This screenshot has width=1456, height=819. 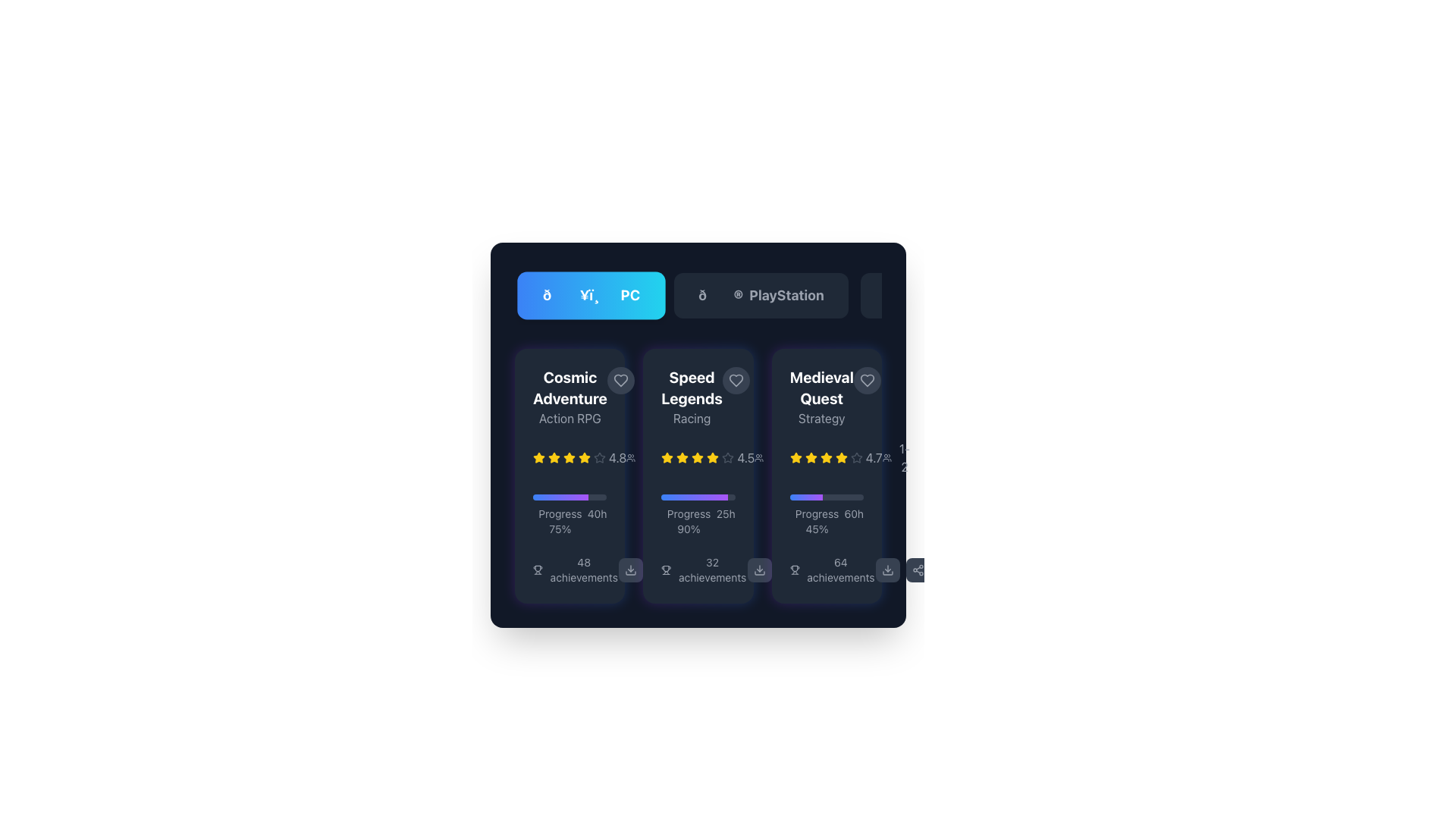 I want to click on the gray outlined five-pointed star icon associated with rating or favorite selection, located to the right of the text '4.5' in the 'Speed Legends' game card, so click(x=728, y=457).